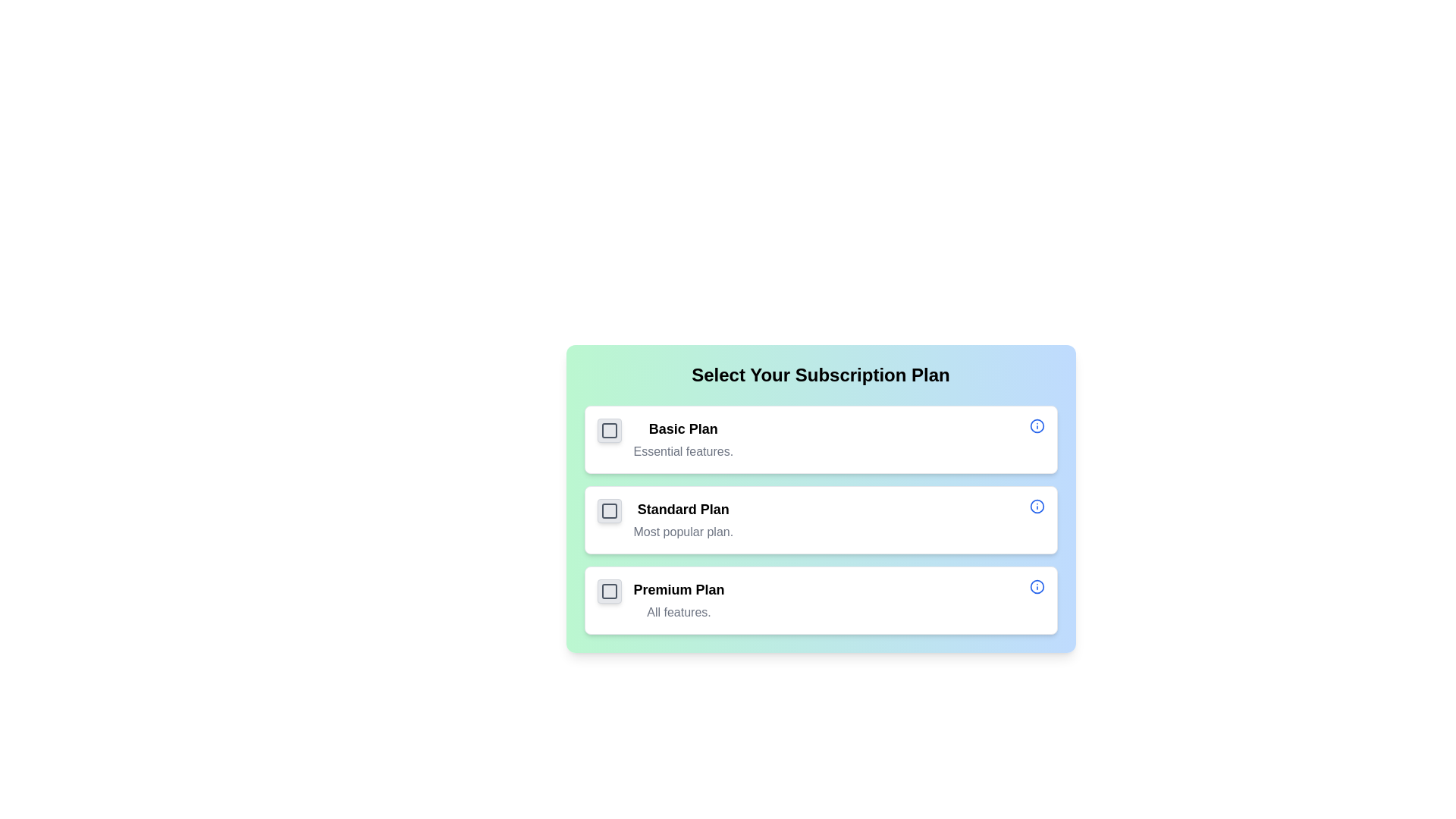 The image size is (1456, 819). What do you see at coordinates (609, 590) in the screenshot?
I see `the checkbox` at bounding box center [609, 590].